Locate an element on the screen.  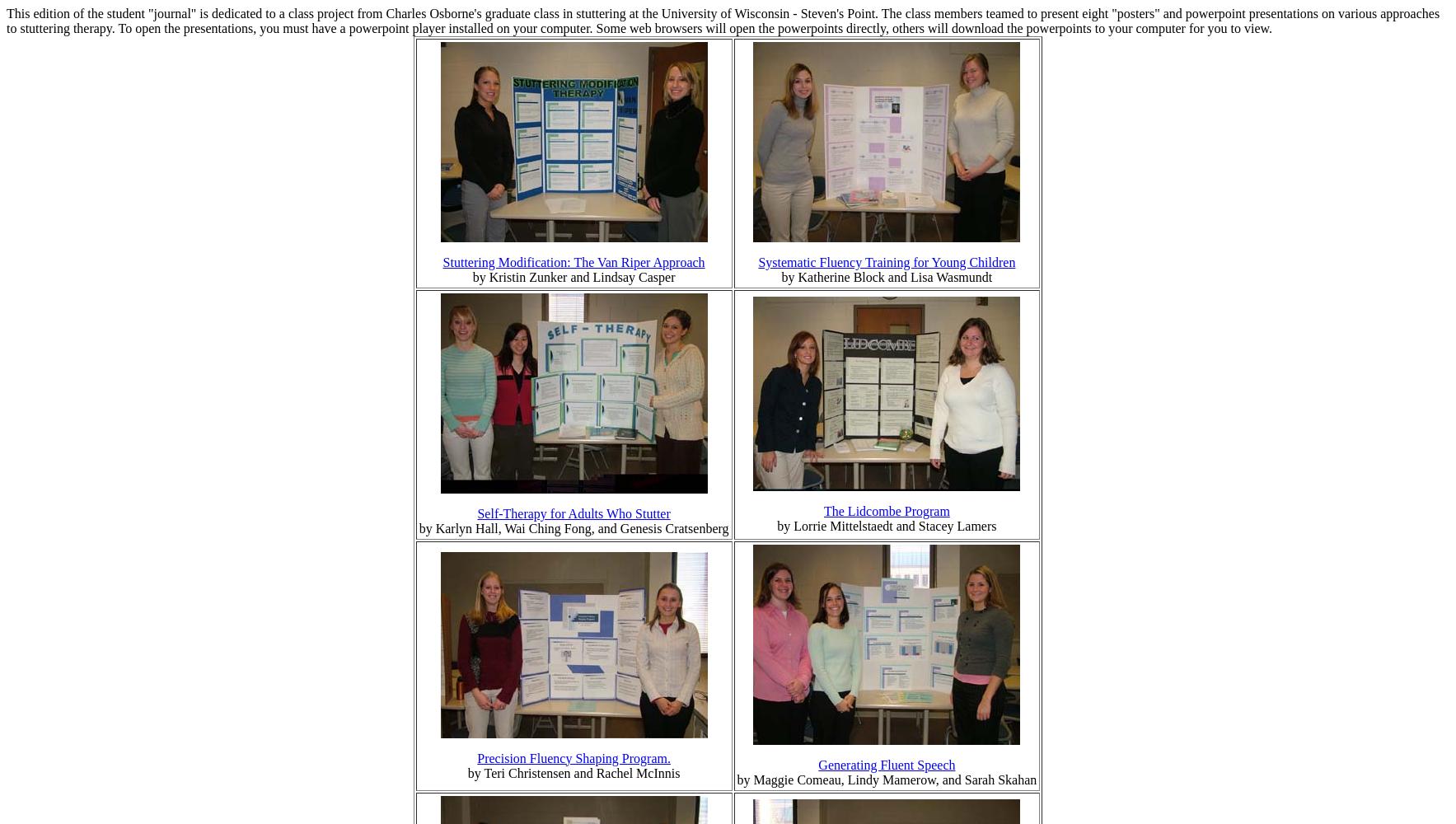
'Generating Fluent Speech' is located at coordinates (886, 765).